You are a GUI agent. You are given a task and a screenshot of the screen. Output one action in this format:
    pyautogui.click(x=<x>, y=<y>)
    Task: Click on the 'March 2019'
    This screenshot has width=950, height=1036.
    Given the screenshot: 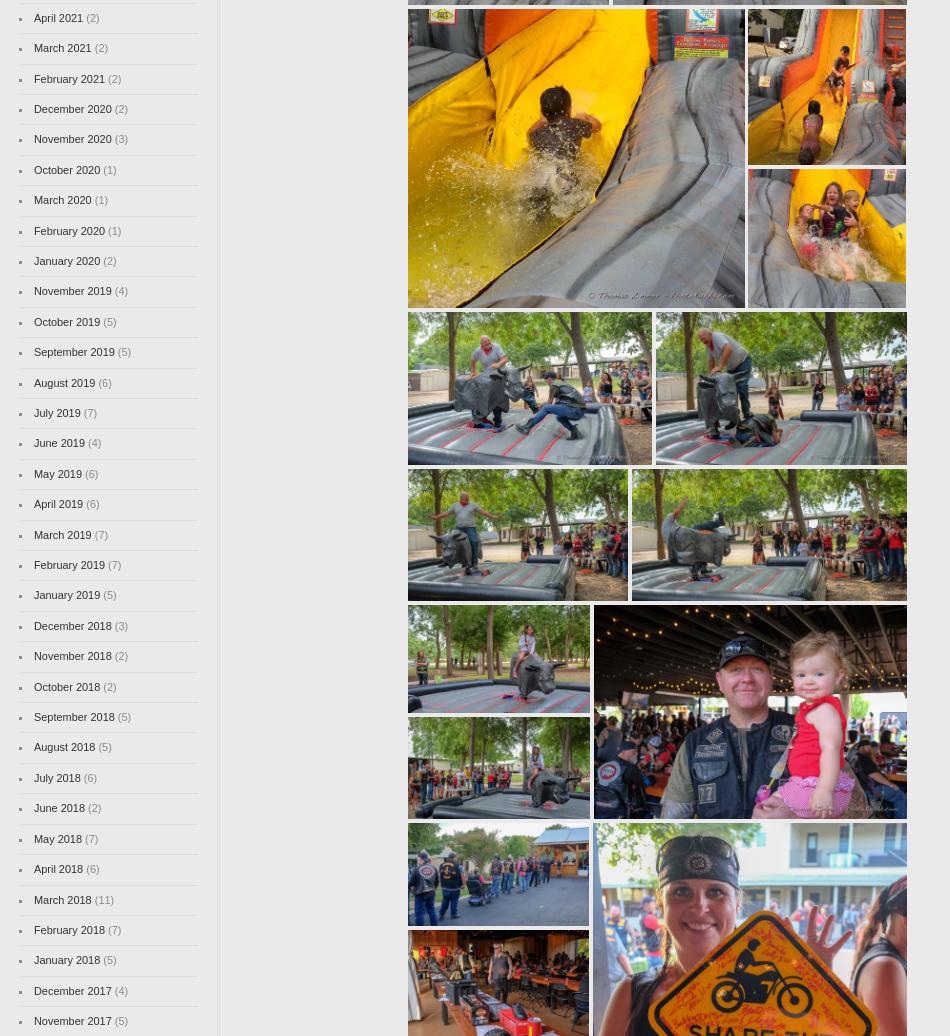 What is the action you would take?
    pyautogui.click(x=62, y=533)
    